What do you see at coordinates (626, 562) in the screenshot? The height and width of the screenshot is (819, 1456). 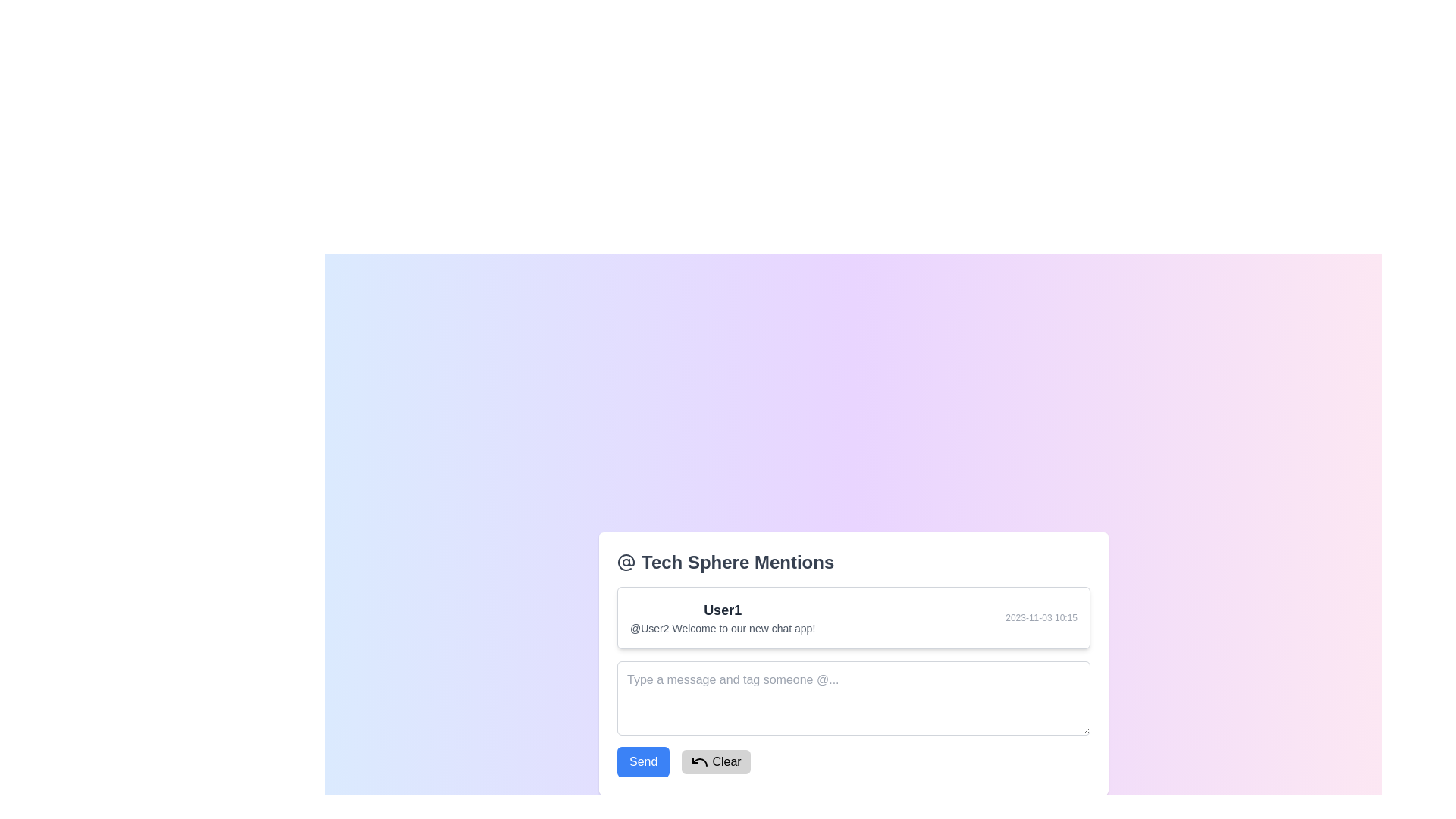 I see `the circular '@' symbol icon located to the left of the 'Tech Sphere Mentions' text` at bounding box center [626, 562].